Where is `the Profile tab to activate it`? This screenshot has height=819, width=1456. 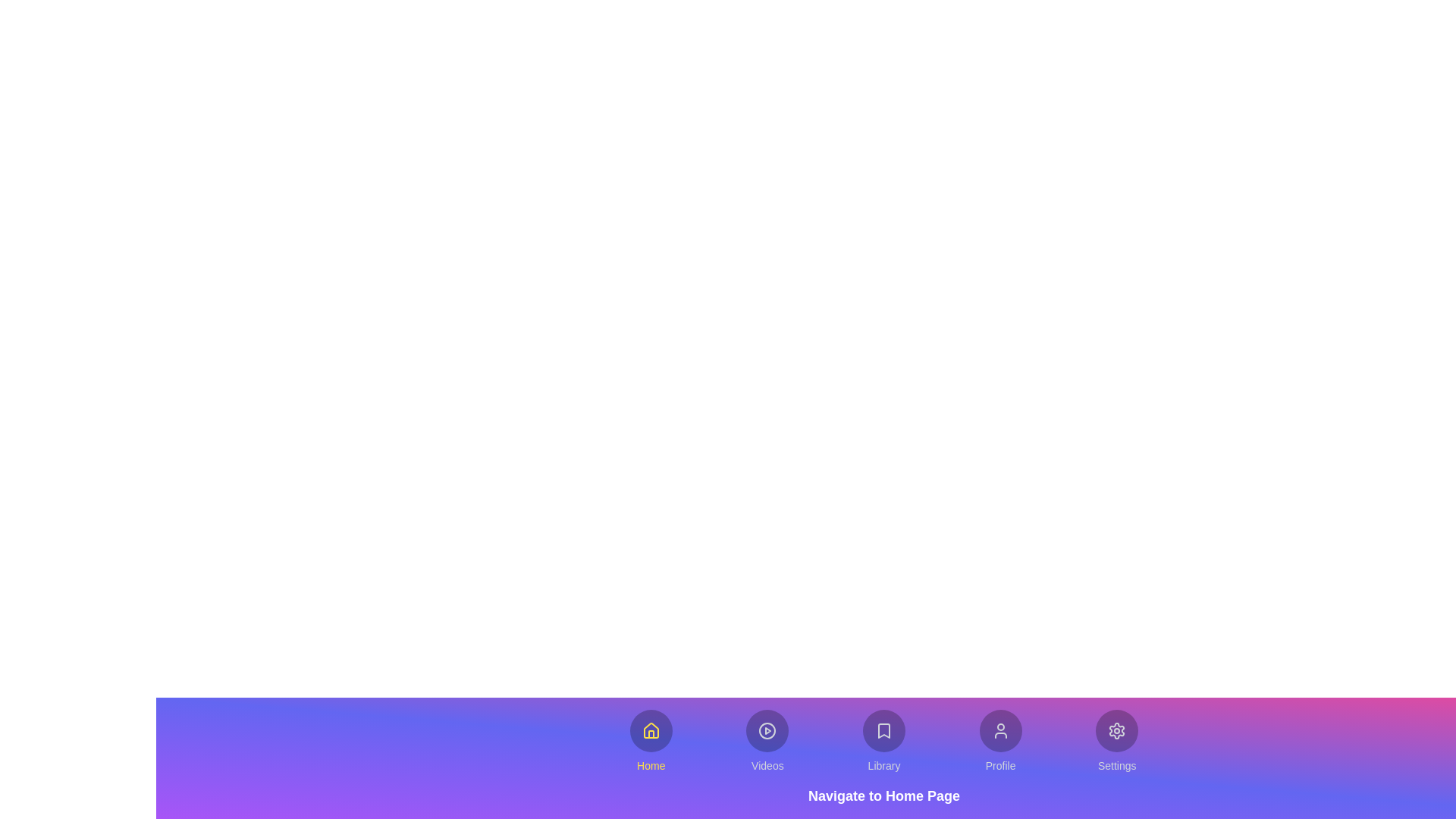
the Profile tab to activate it is located at coordinates (1000, 741).